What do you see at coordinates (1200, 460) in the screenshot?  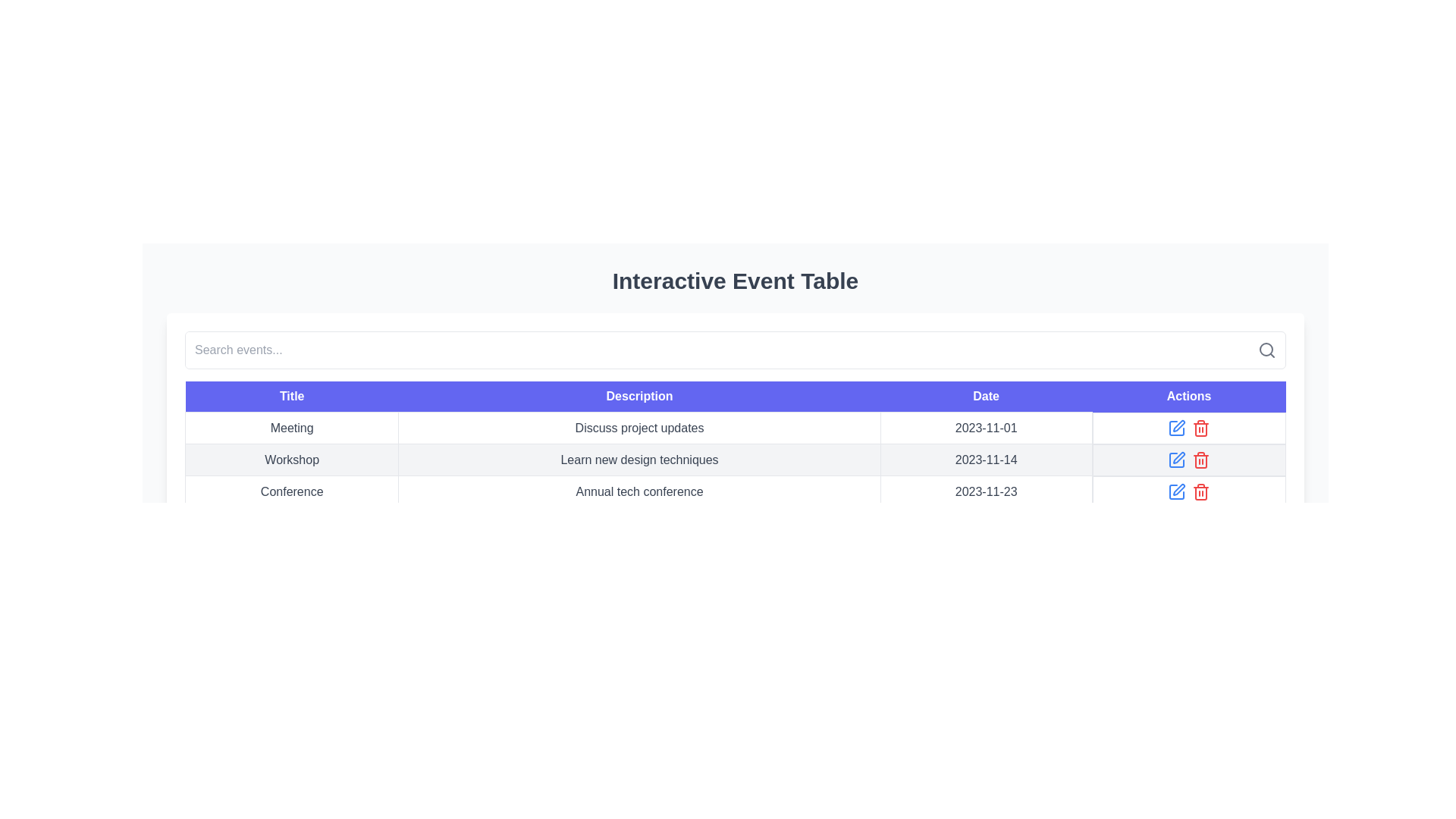 I see `the delete icon button located in the third row of the 'Actions' column in the table, which is positioned next to an edit icon` at bounding box center [1200, 460].